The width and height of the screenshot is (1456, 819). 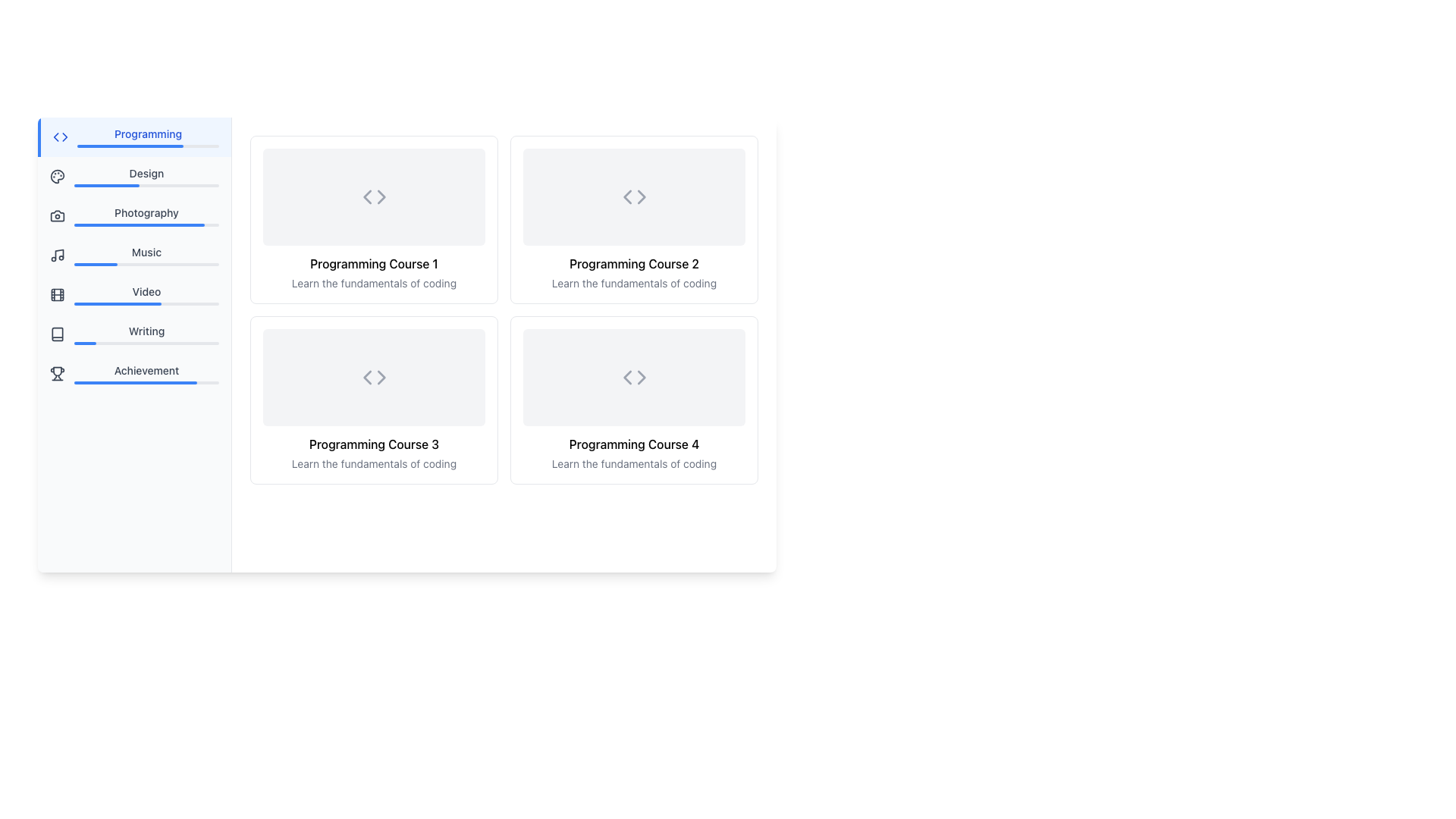 I want to click on the SVG icon representing code, which consists of two inward-pointing chevrons, located at the center of the first card in the grid of programming courses, so click(x=374, y=196).